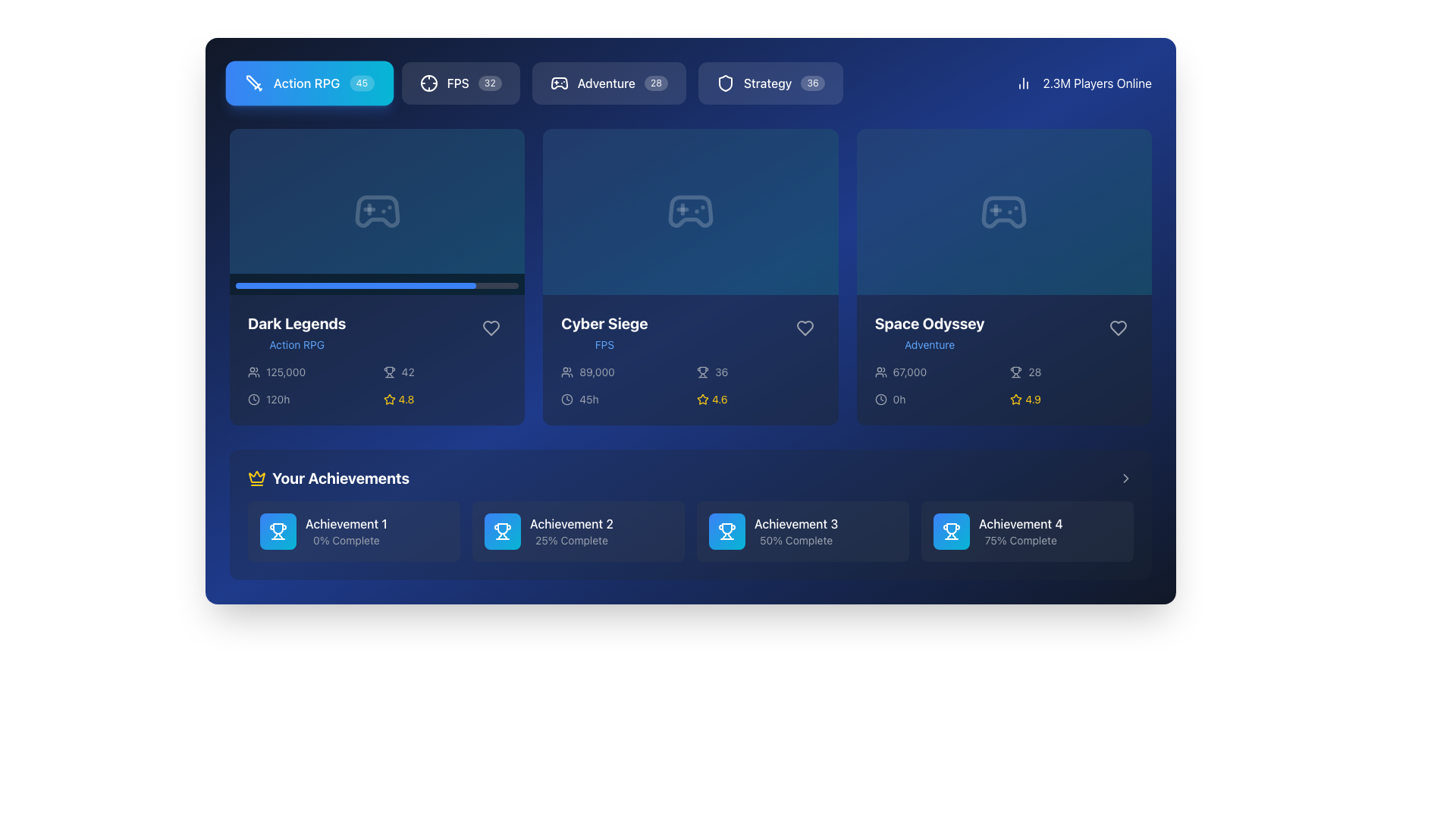 This screenshot has width=1456, height=819. Describe the element at coordinates (298, 284) in the screenshot. I see `the progress bar` at that location.